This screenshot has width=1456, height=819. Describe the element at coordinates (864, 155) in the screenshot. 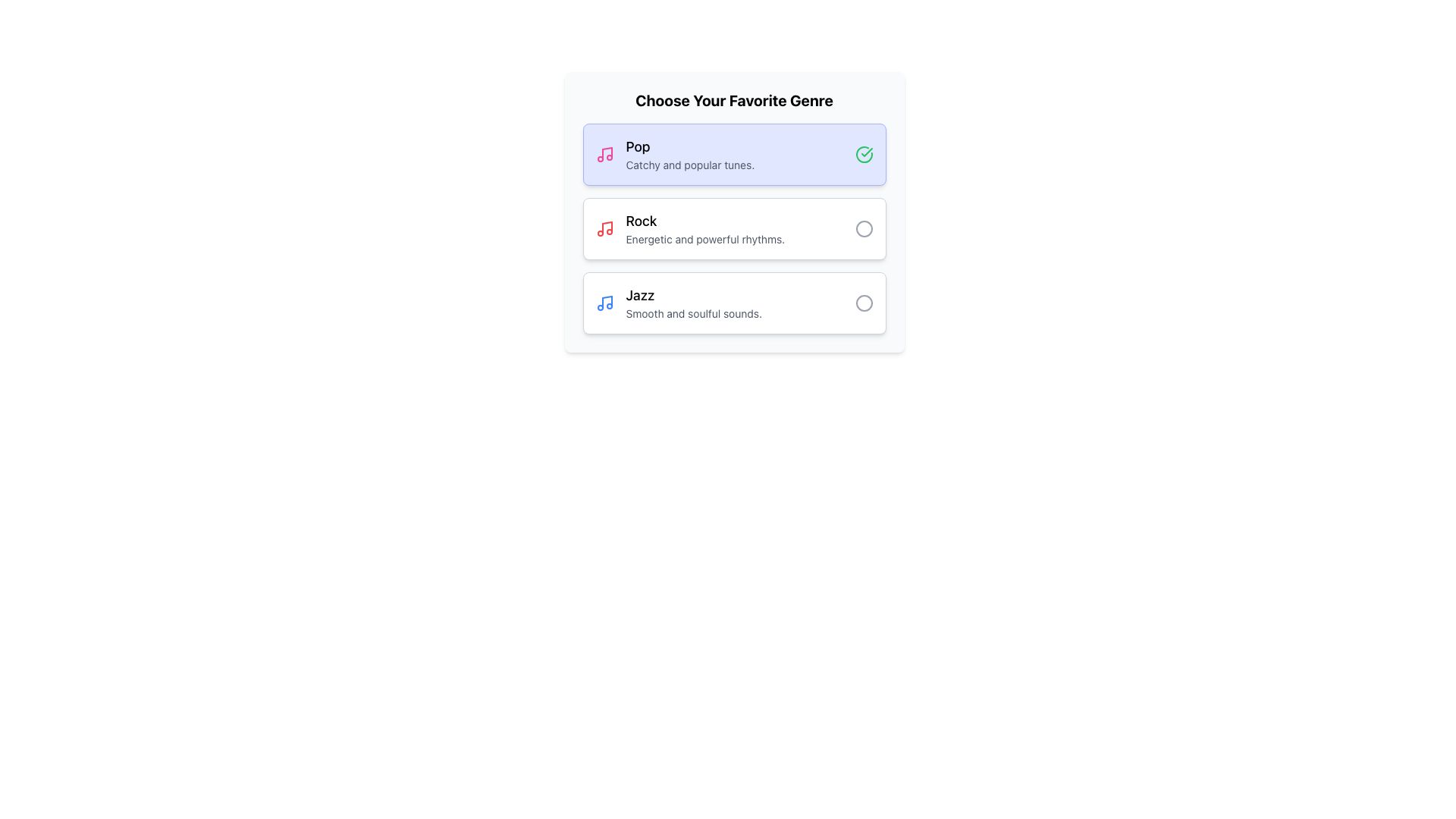

I see `the selection icon that indicates the 'Pop' option, located in the upper-right corner of the first card in a vertical list of music genres` at that location.